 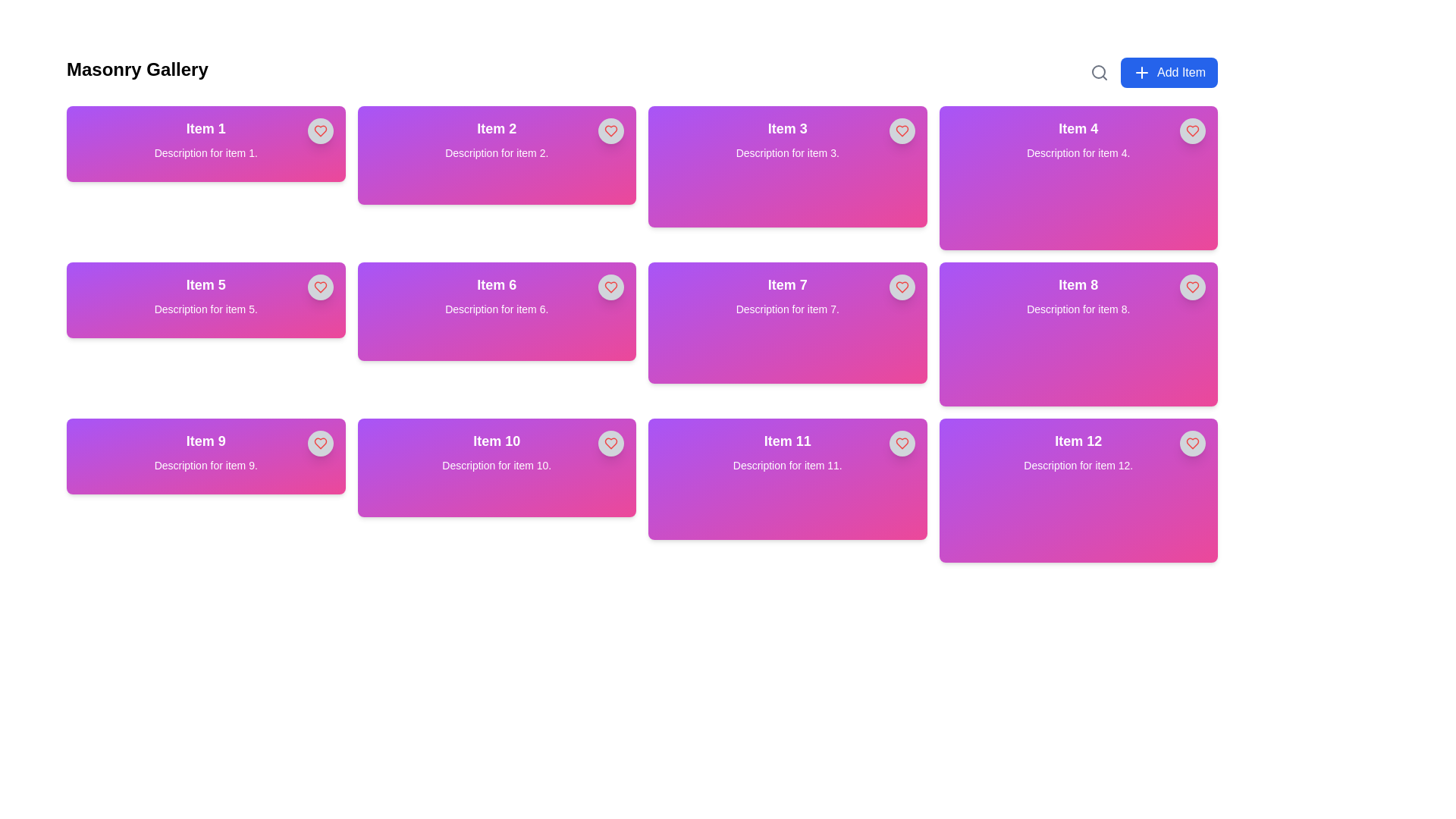 I want to click on the circular button with a gray background and a heart symbol outlined in red, located in the top-right corner of the box labeled 'Item 10', so click(x=611, y=444).